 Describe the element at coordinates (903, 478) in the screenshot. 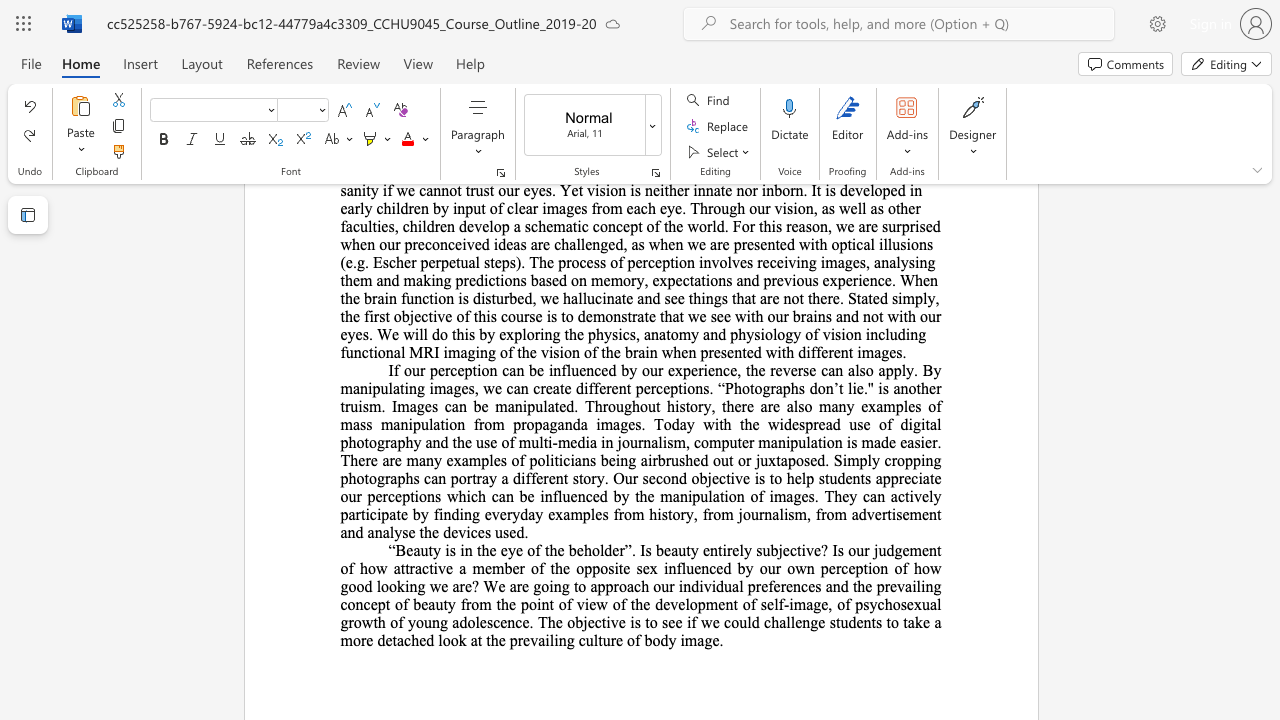

I see `the subset text "eciate our perceptions which can be influenced by th" within the text "osed. Simply cropping photographs can portray a different story. Our second objective is to help students appreciate our perceptions which can be influenced by the manipulation of images. They can actively participate by finding everyday examples from history, from journalism, from advertisement and analyse the devices used."` at that location.